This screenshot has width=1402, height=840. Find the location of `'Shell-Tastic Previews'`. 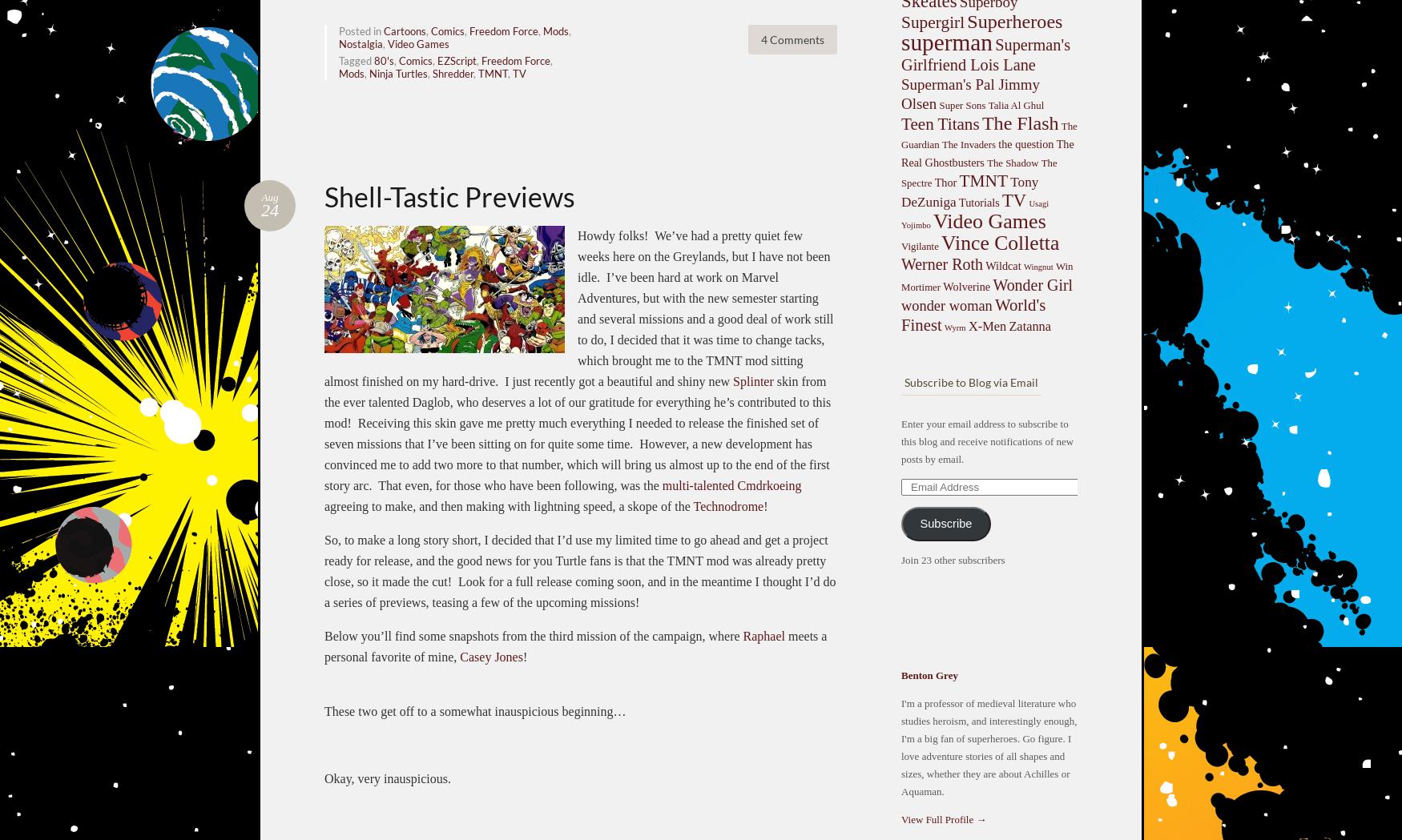

'Shell-Tastic Previews' is located at coordinates (449, 195).